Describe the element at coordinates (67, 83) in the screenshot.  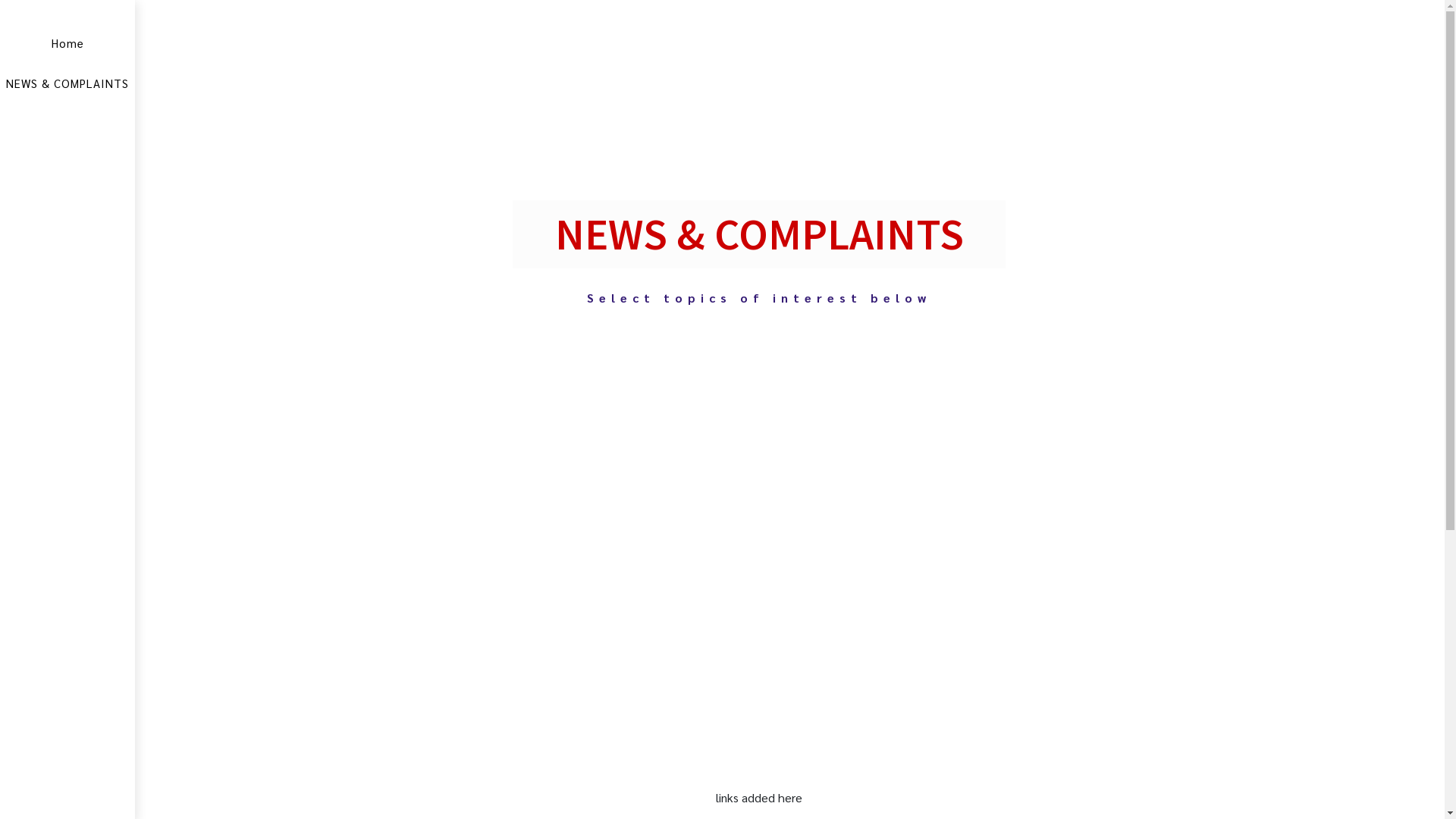
I see `'NEWS & COMPLAINTS'` at that location.